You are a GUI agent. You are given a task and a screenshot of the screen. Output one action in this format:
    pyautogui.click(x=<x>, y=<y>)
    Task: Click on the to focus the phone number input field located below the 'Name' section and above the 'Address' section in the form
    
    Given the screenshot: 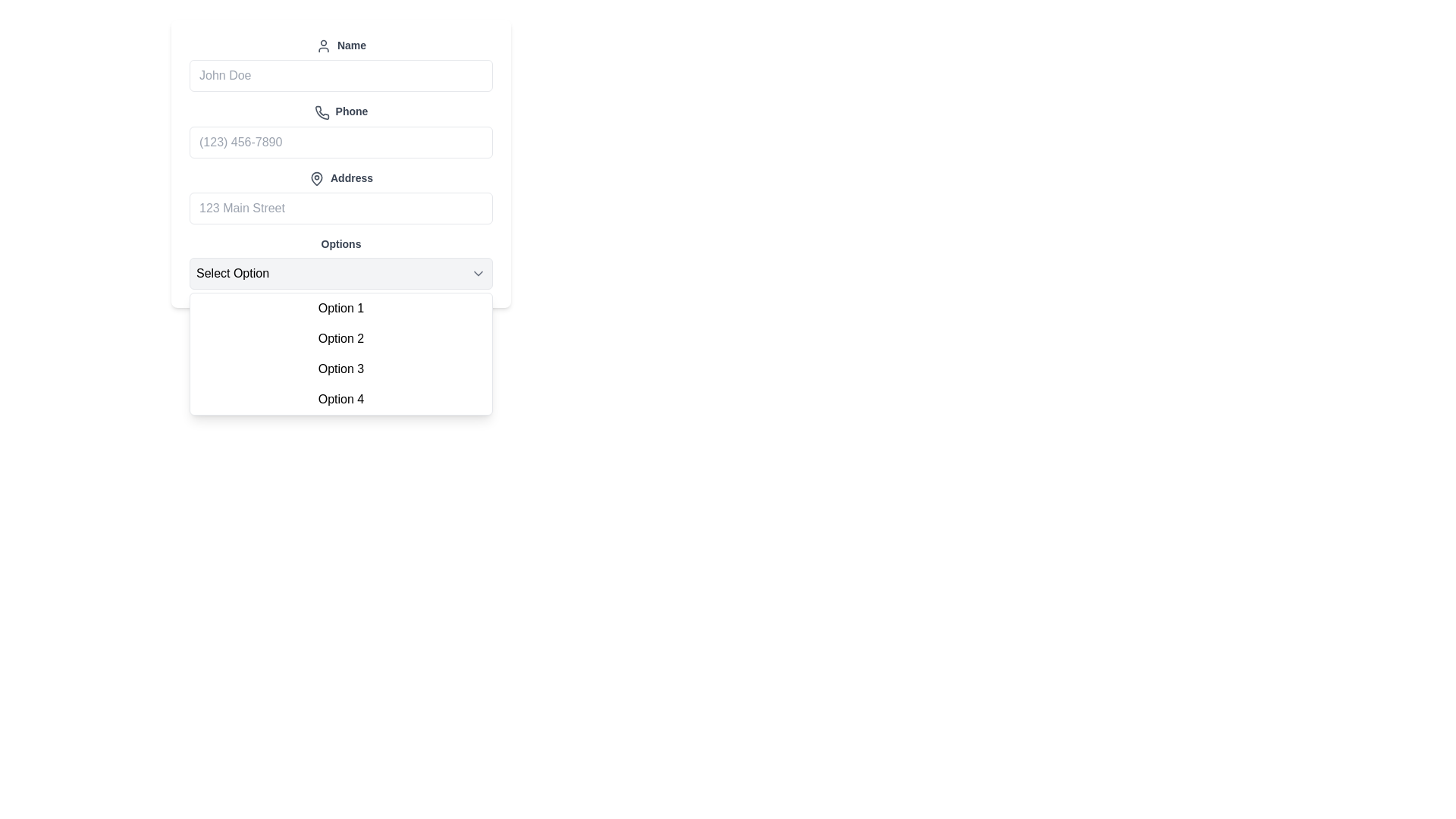 What is the action you would take?
    pyautogui.click(x=340, y=130)
    